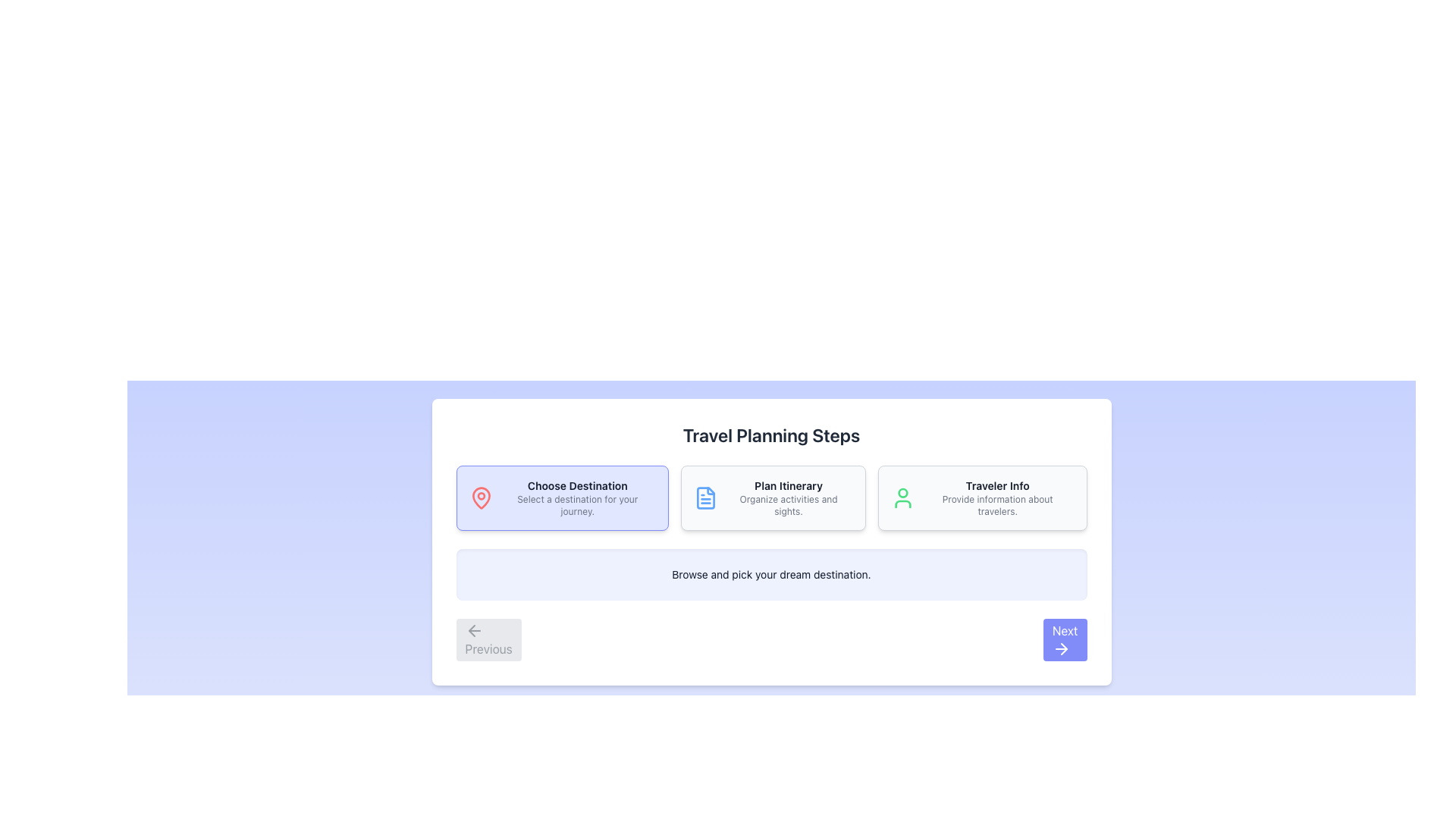 Image resolution: width=1456 pixels, height=819 pixels. What do you see at coordinates (1063, 648) in the screenshot?
I see `the small right-pointing arrow icon within the 'Next' button at the bottom right corner of the UI panel to zoom in on it` at bounding box center [1063, 648].